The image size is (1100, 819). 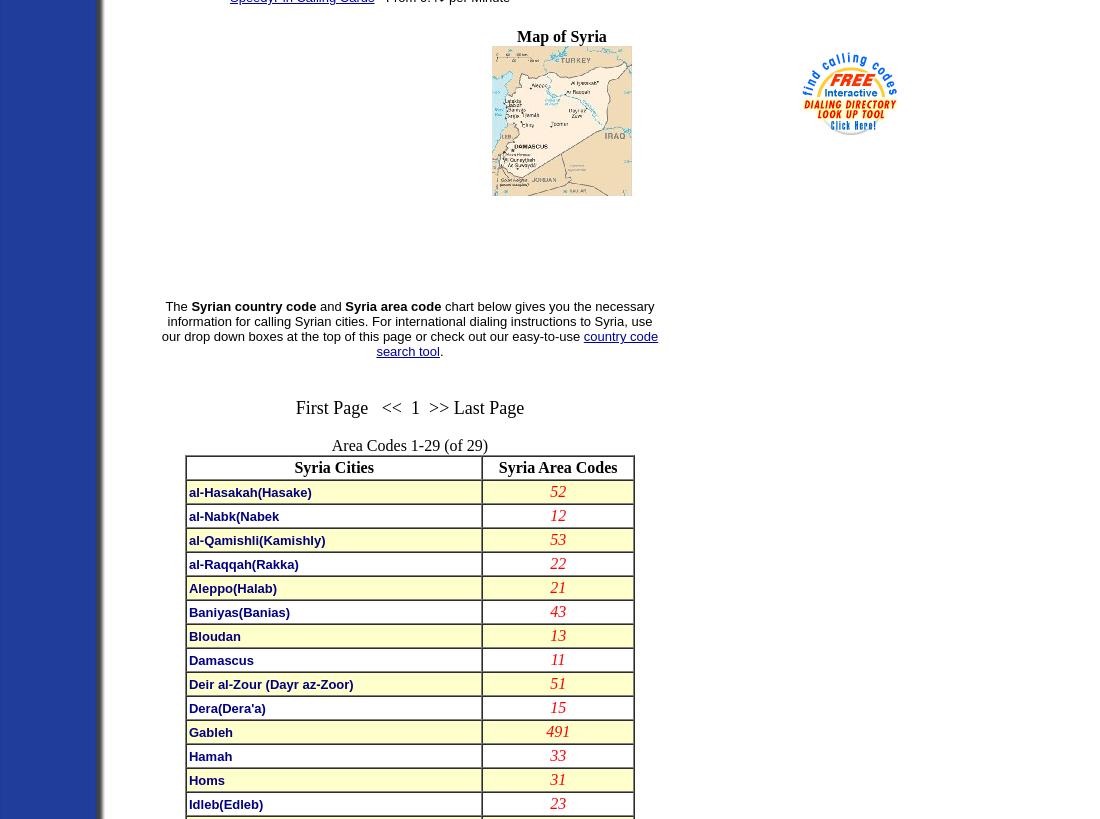 What do you see at coordinates (557, 514) in the screenshot?
I see `'12'` at bounding box center [557, 514].